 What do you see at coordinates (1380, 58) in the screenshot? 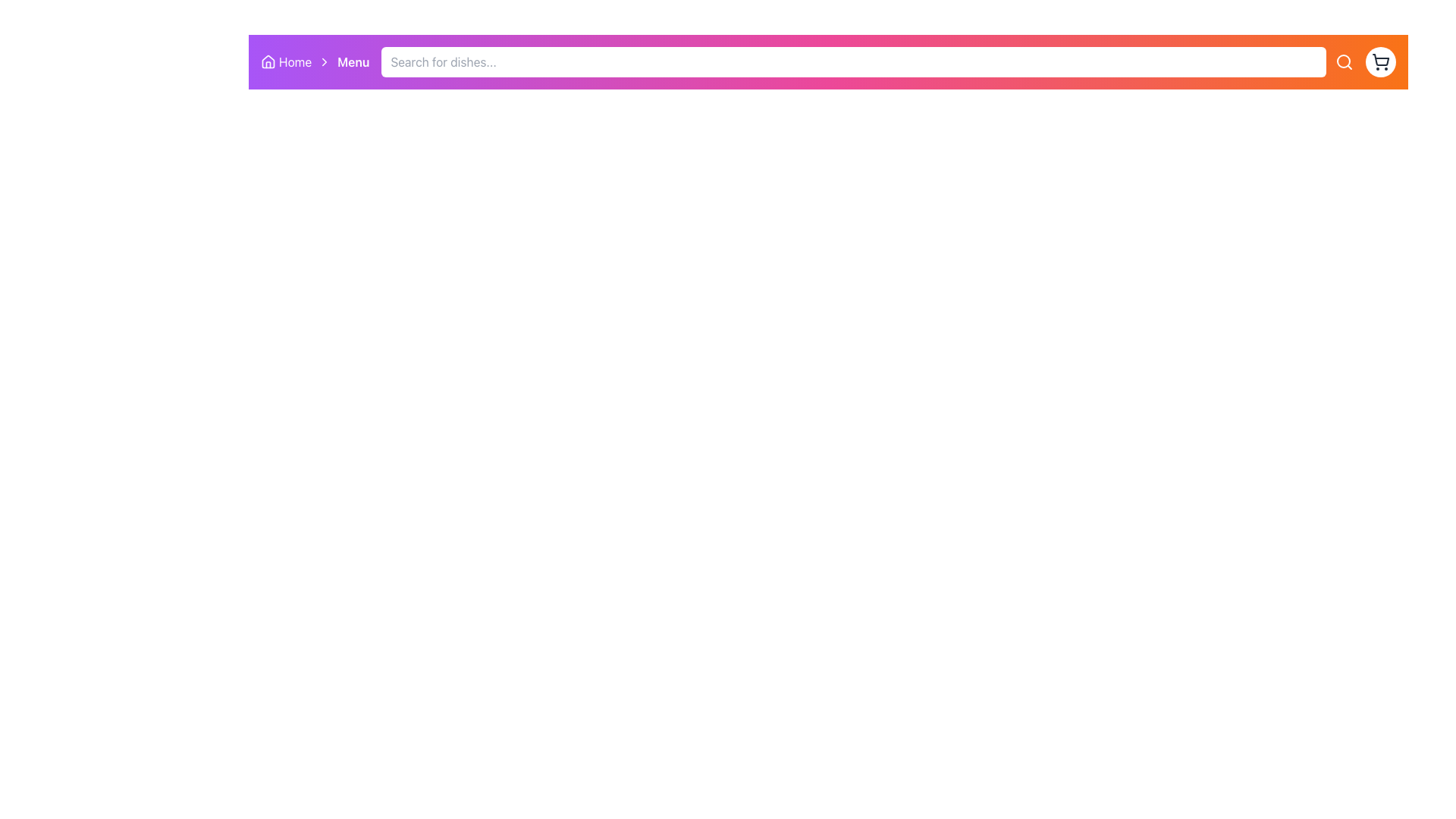
I see `the shopping cart icon located on the far right end of the navigation bar` at bounding box center [1380, 58].